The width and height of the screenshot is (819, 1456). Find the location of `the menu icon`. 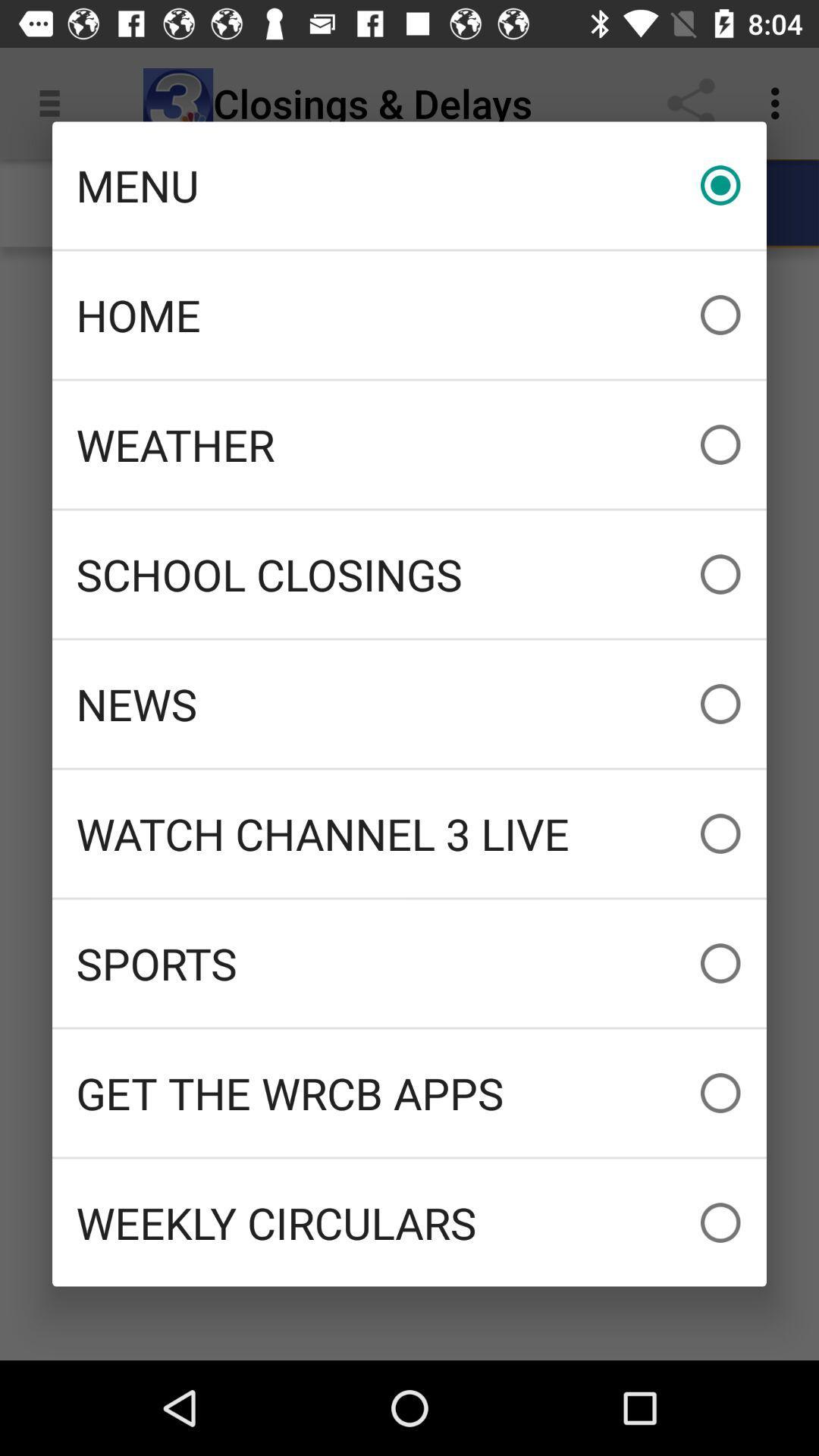

the menu icon is located at coordinates (409, 184).